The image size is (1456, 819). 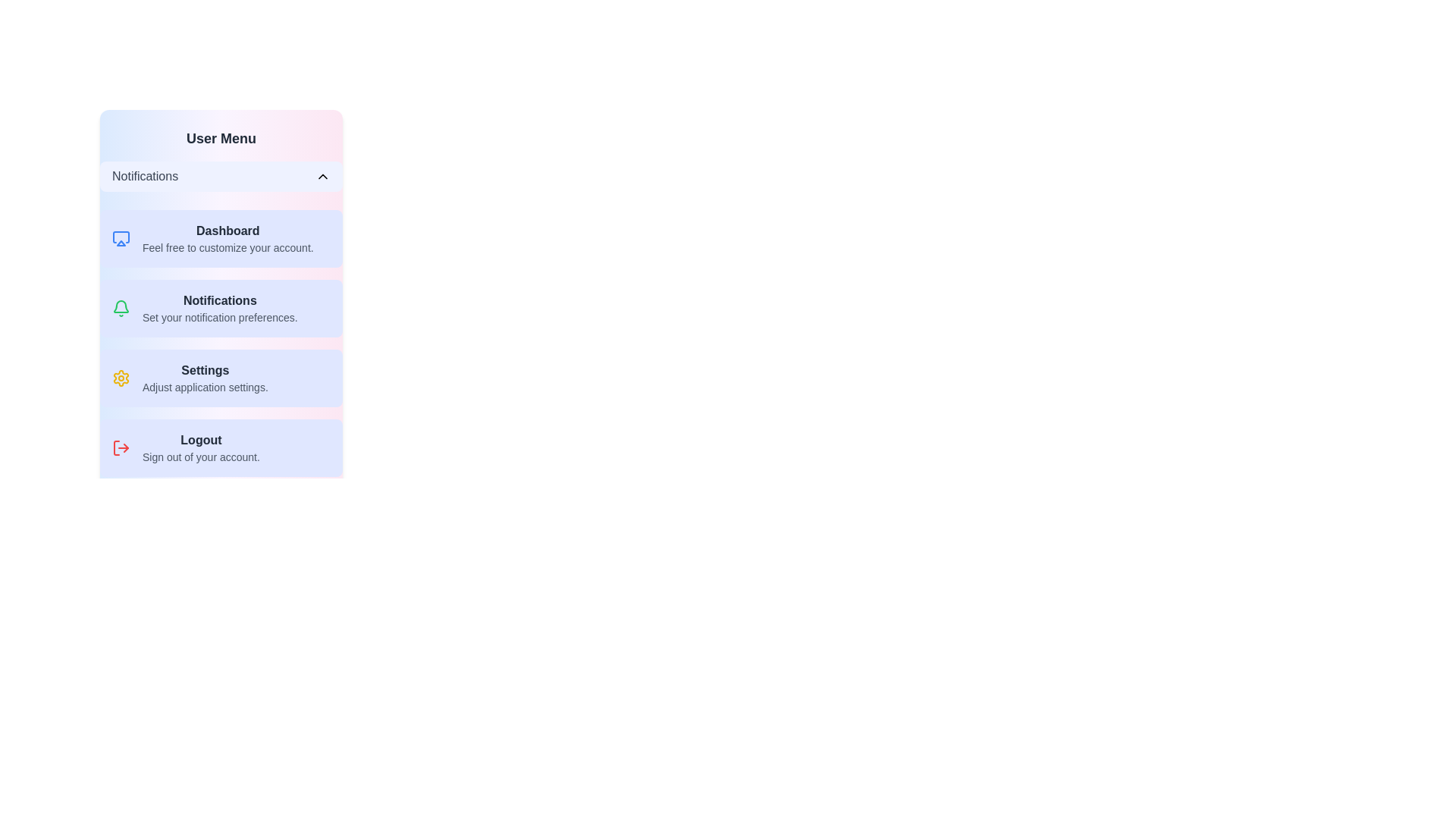 What do you see at coordinates (221, 377) in the screenshot?
I see `the menu item Settings to set it as the active option` at bounding box center [221, 377].